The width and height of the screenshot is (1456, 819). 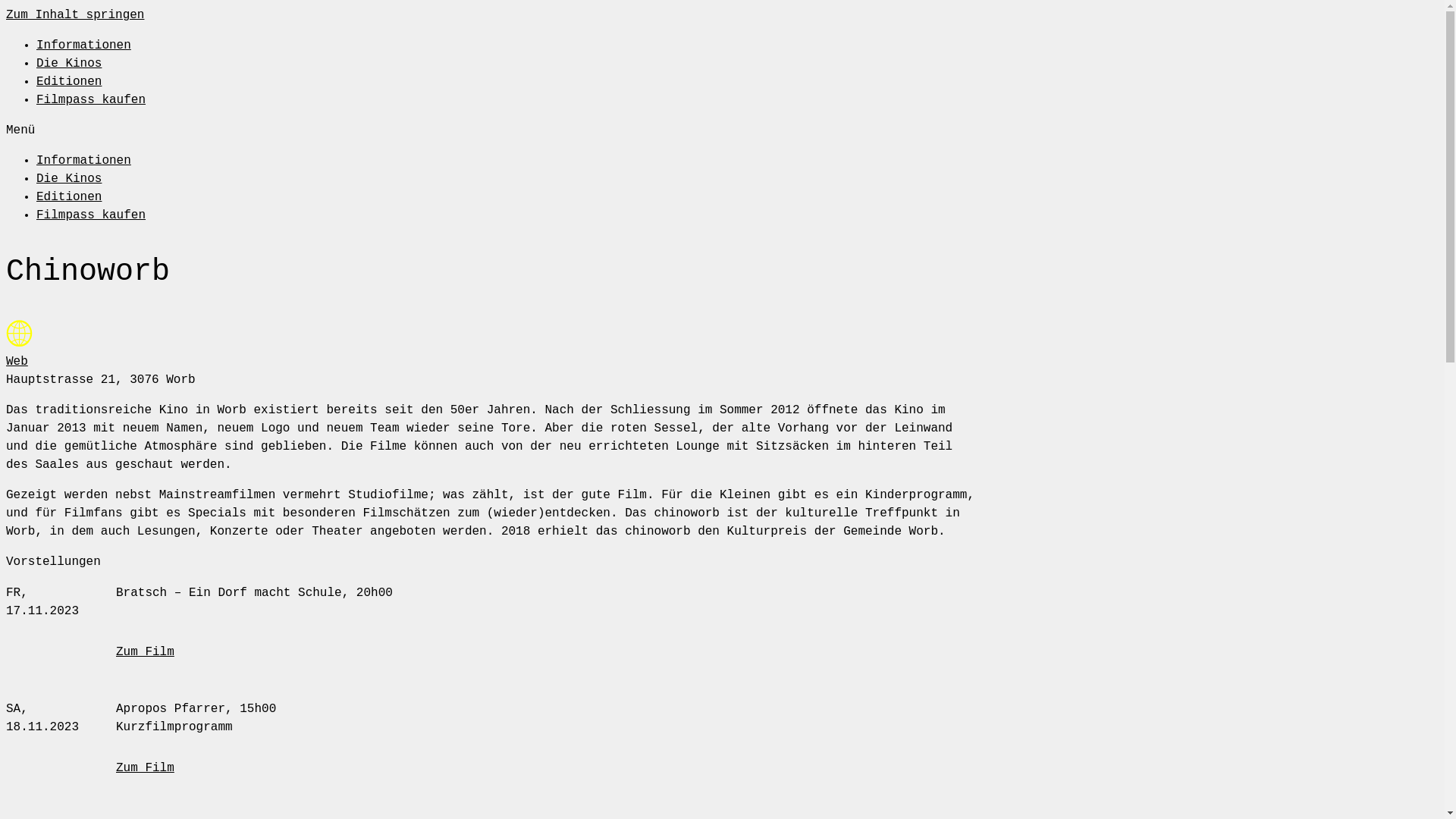 I want to click on 'Informationen', so click(x=83, y=45).